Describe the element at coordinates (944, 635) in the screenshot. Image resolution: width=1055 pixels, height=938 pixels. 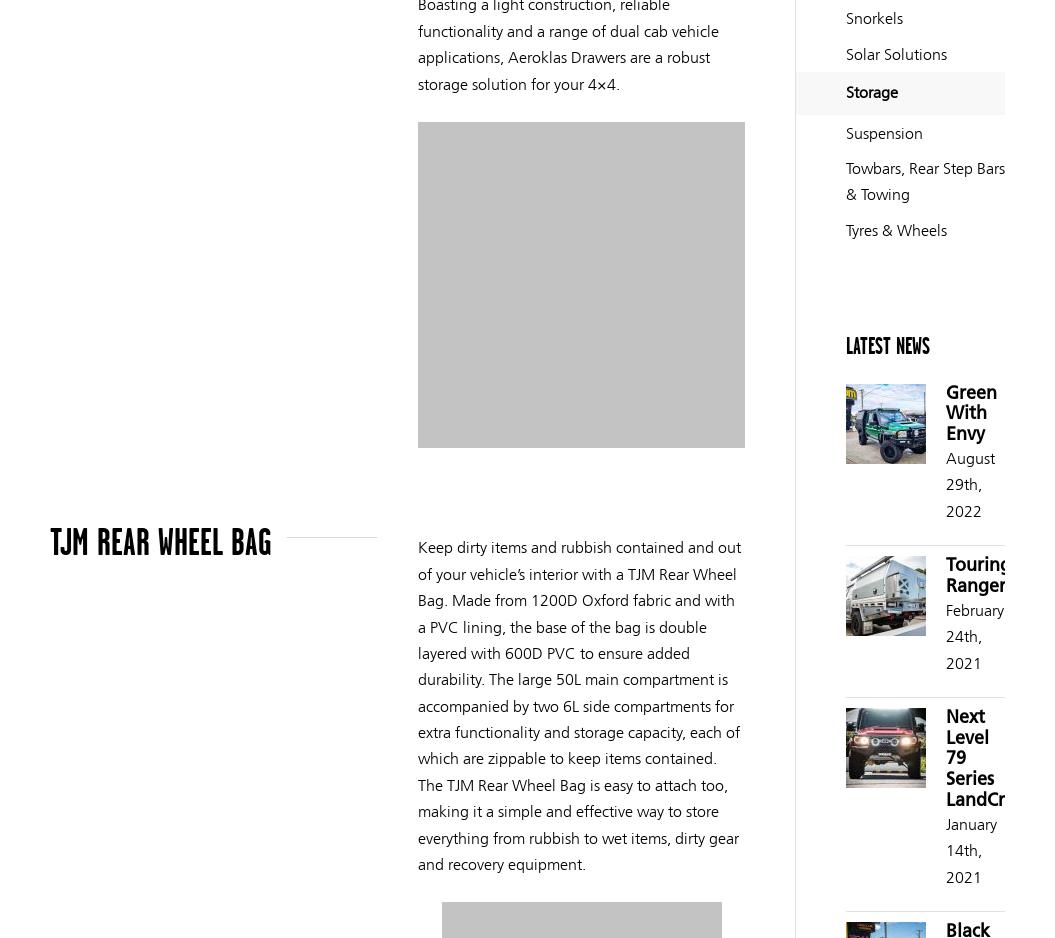
I see `'February 24th, 2021'` at that location.